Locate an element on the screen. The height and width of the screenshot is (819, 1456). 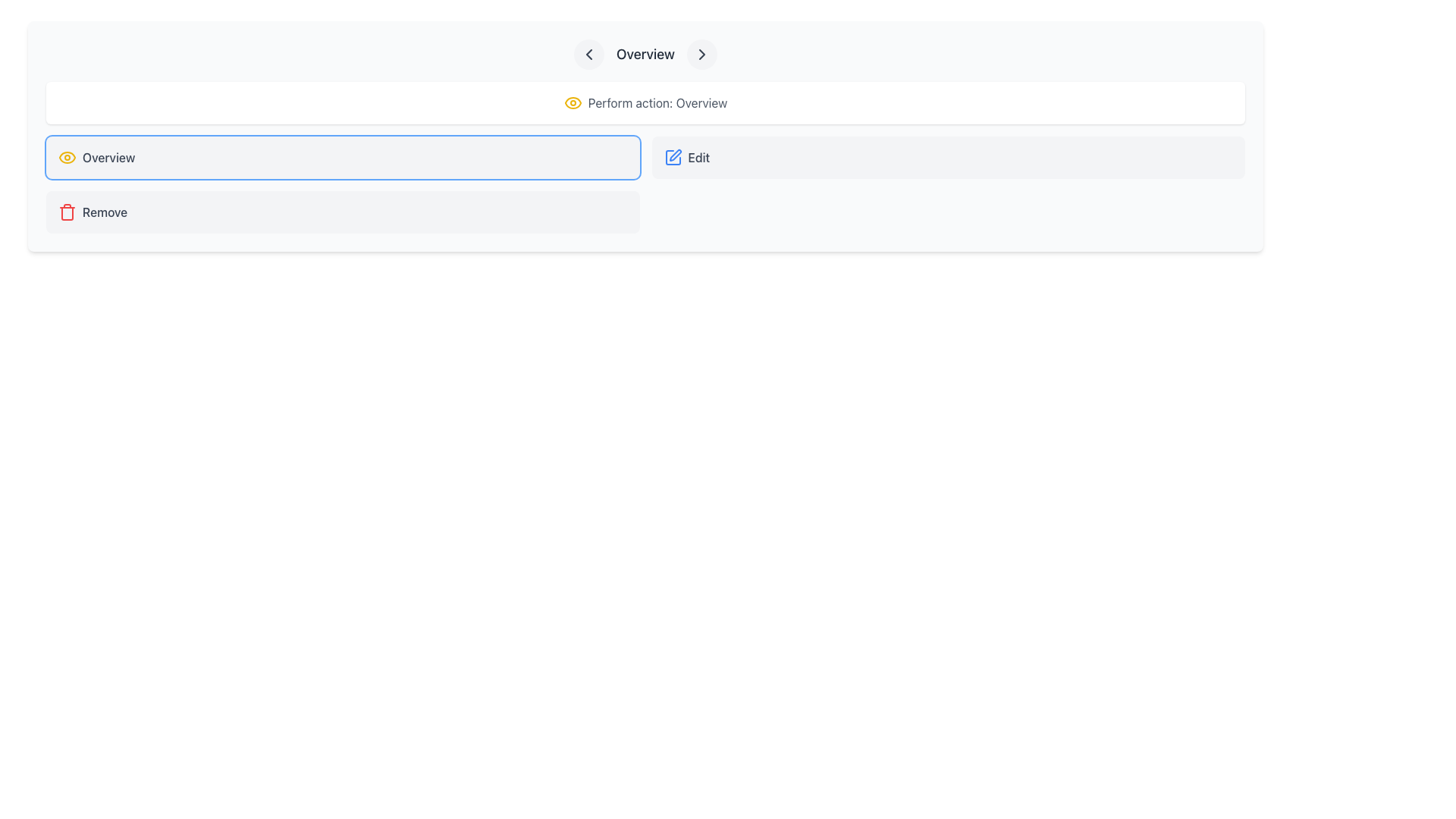
the eye icon that symbolizes visibility, which is styled in yellow and is positioned next to the label 'Perform action: Overview' is located at coordinates (572, 102).